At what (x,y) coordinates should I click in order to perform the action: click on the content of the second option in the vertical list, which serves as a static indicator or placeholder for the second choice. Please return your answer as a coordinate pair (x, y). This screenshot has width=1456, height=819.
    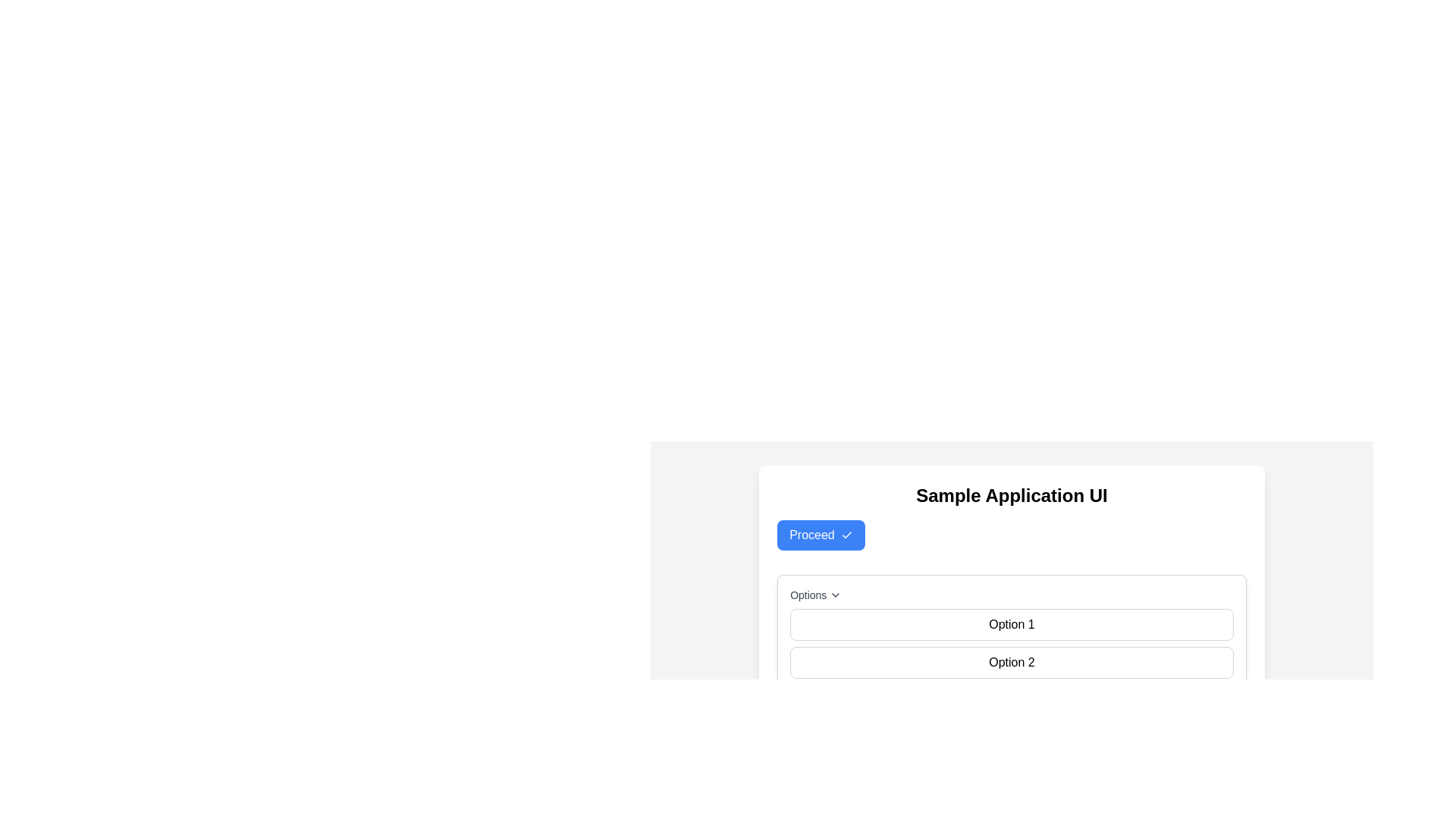
    Looking at the image, I should click on (1012, 662).